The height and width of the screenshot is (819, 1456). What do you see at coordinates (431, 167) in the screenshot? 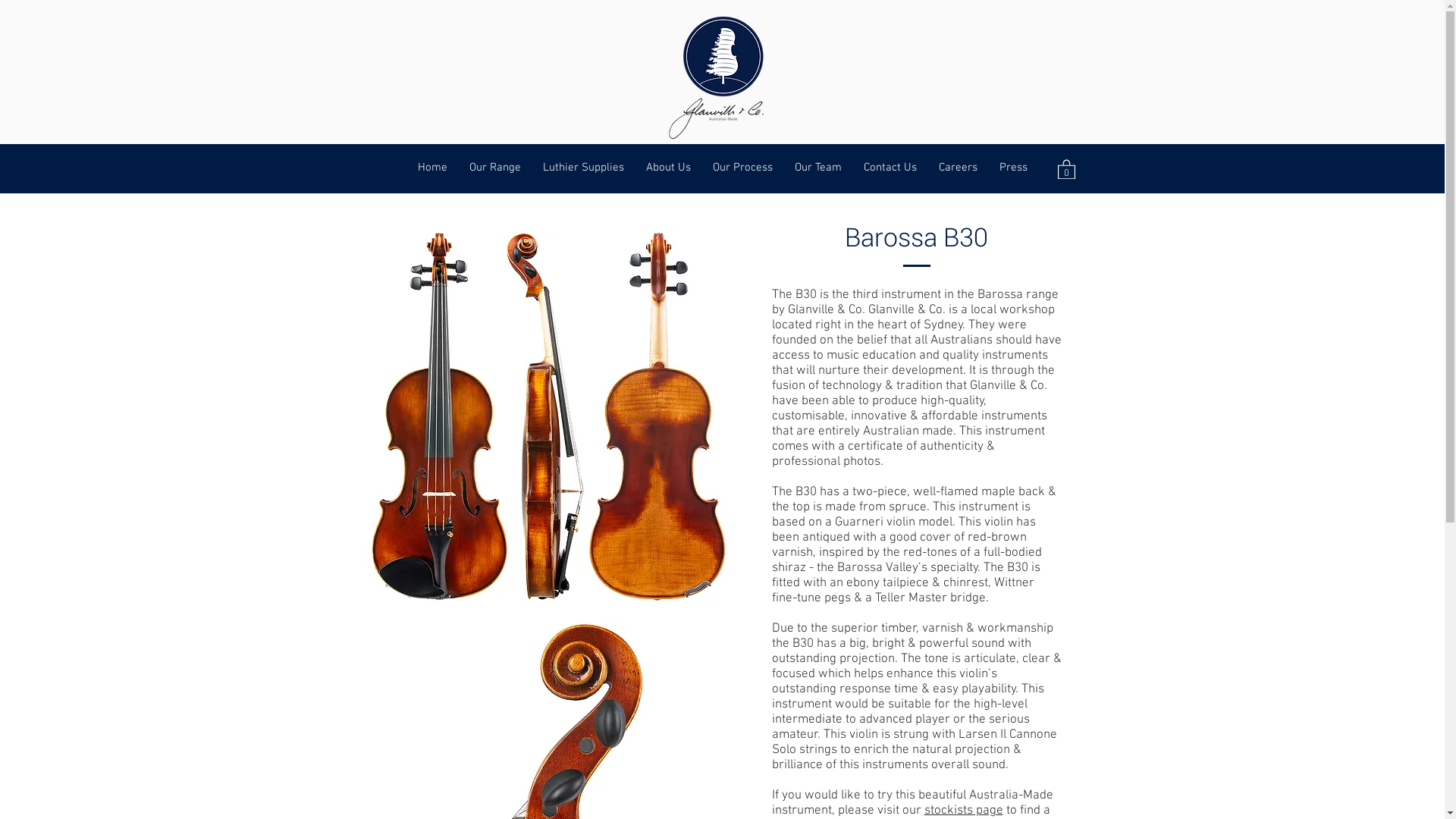
I see `'Home'` at bounding box center [431, 167].